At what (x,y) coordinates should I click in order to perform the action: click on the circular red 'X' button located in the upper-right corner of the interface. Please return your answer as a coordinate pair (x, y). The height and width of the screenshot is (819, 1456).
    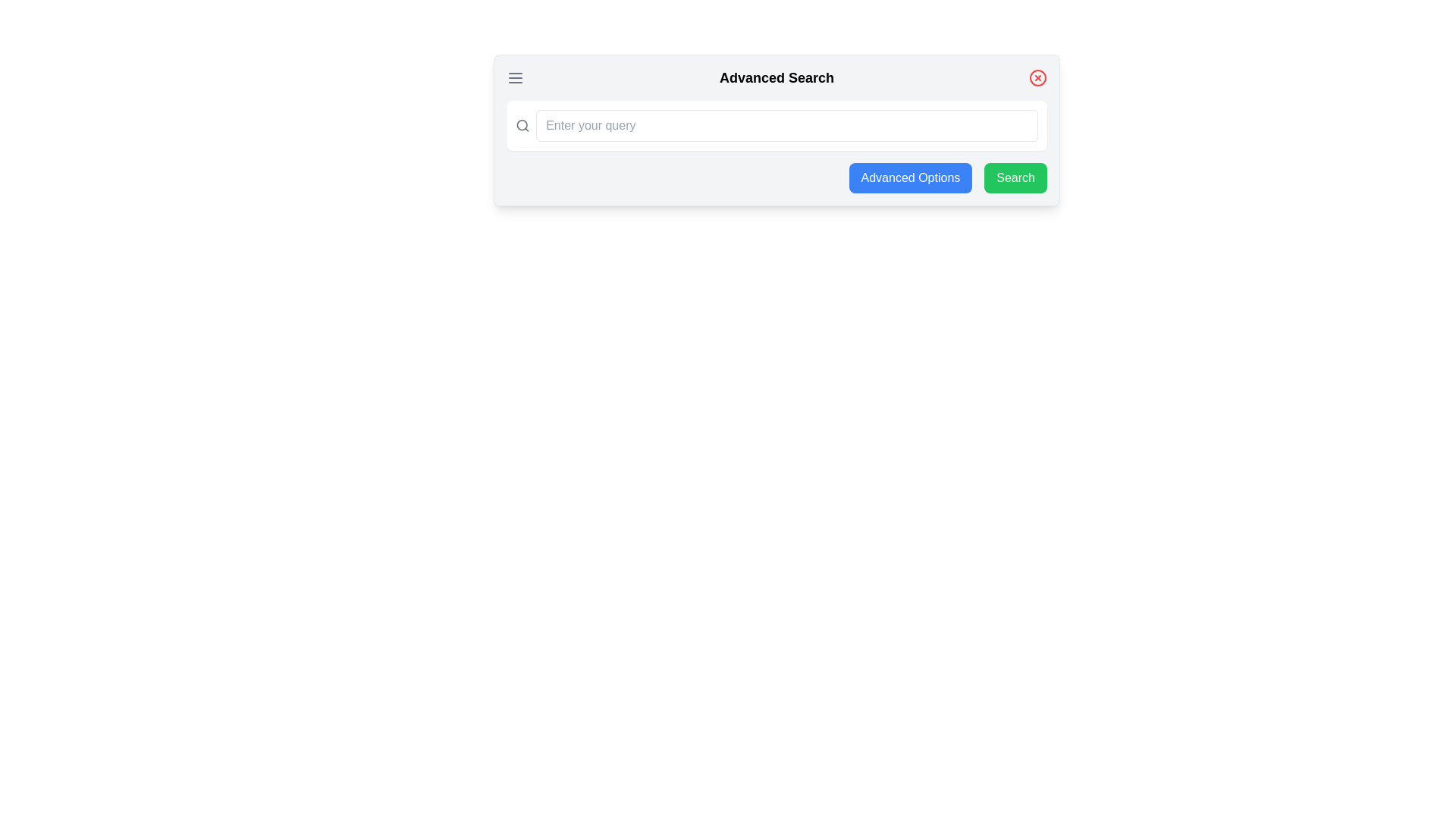
    Looking at the image, I should click on (1037, 78).